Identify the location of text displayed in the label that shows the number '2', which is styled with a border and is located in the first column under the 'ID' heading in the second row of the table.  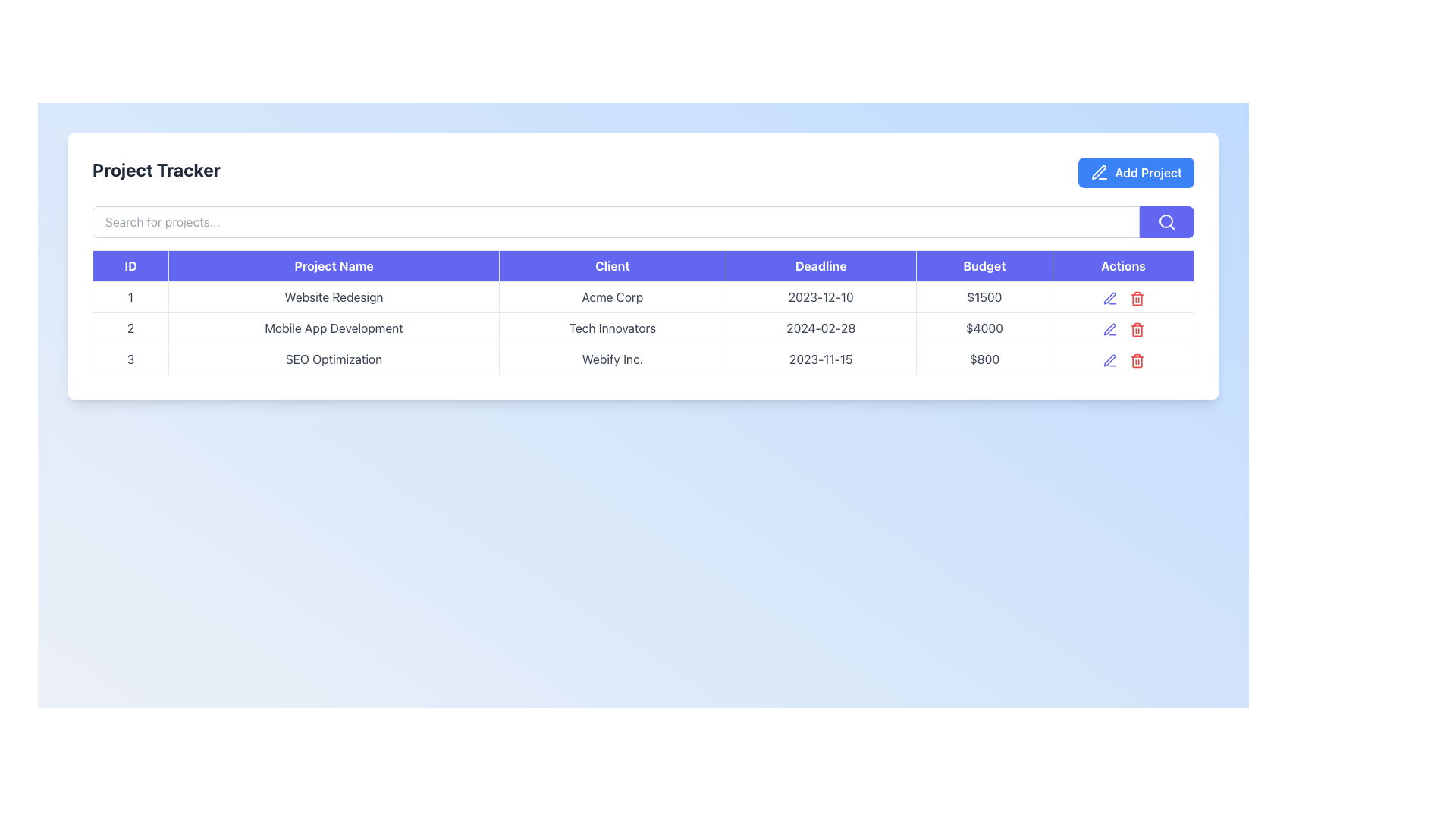
(130, 327).